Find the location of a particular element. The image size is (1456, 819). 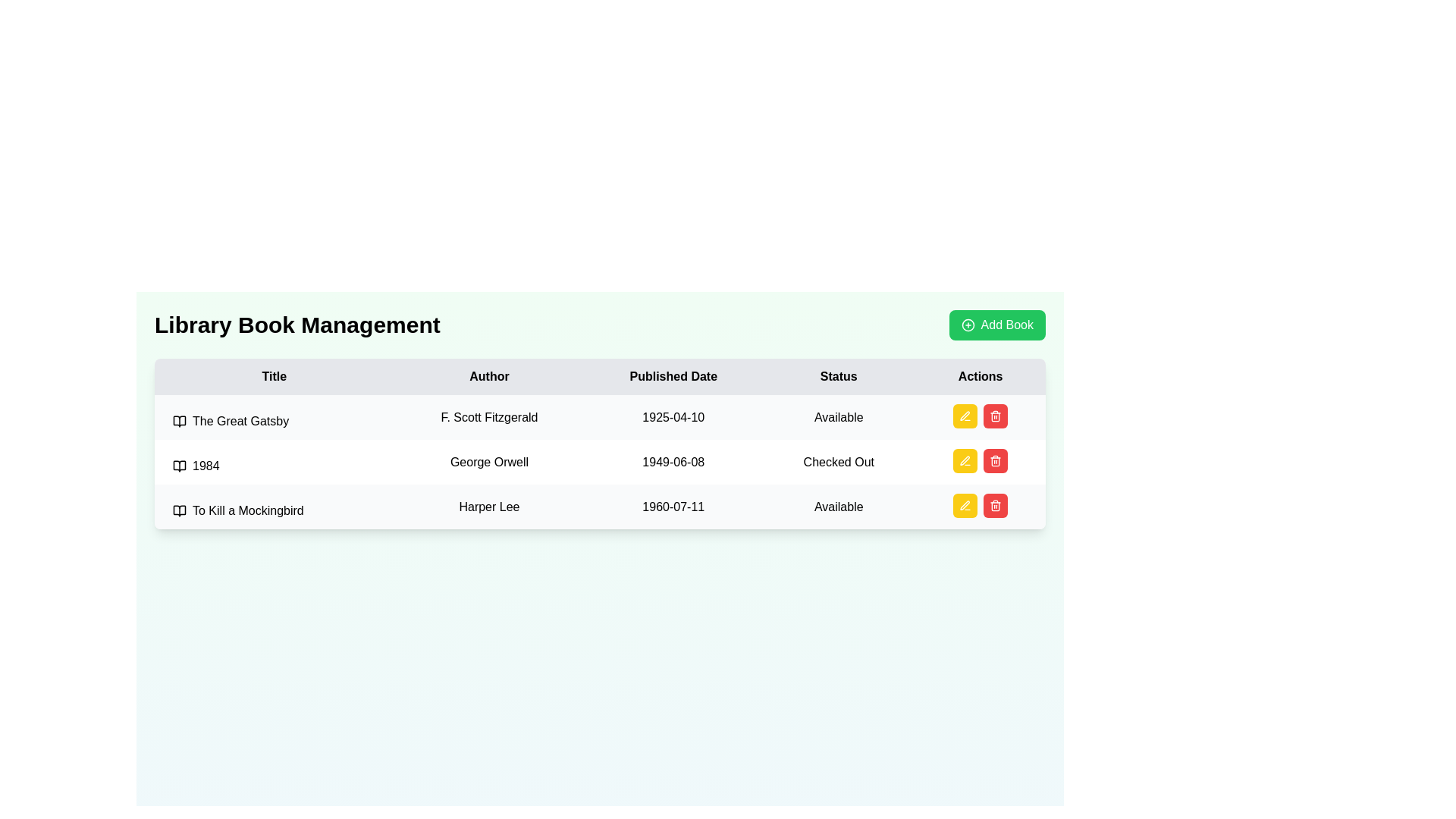

the Text Display element that shows 'George Orwell' in the second row of the table's 'Author' column is located at coordinates (489, 461).